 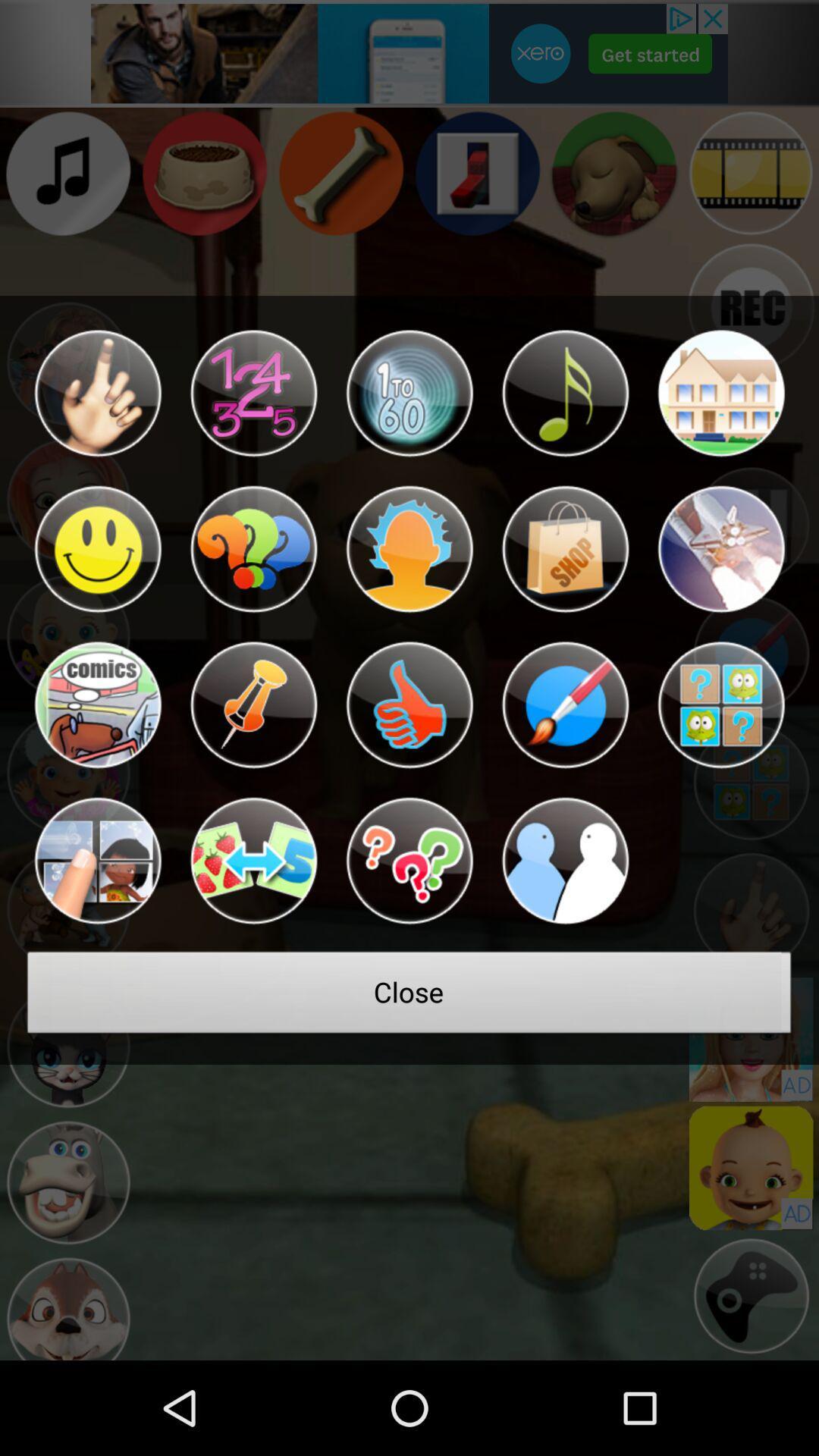 I want to click on the thumbs_up icon, so click(x=409, y=755).